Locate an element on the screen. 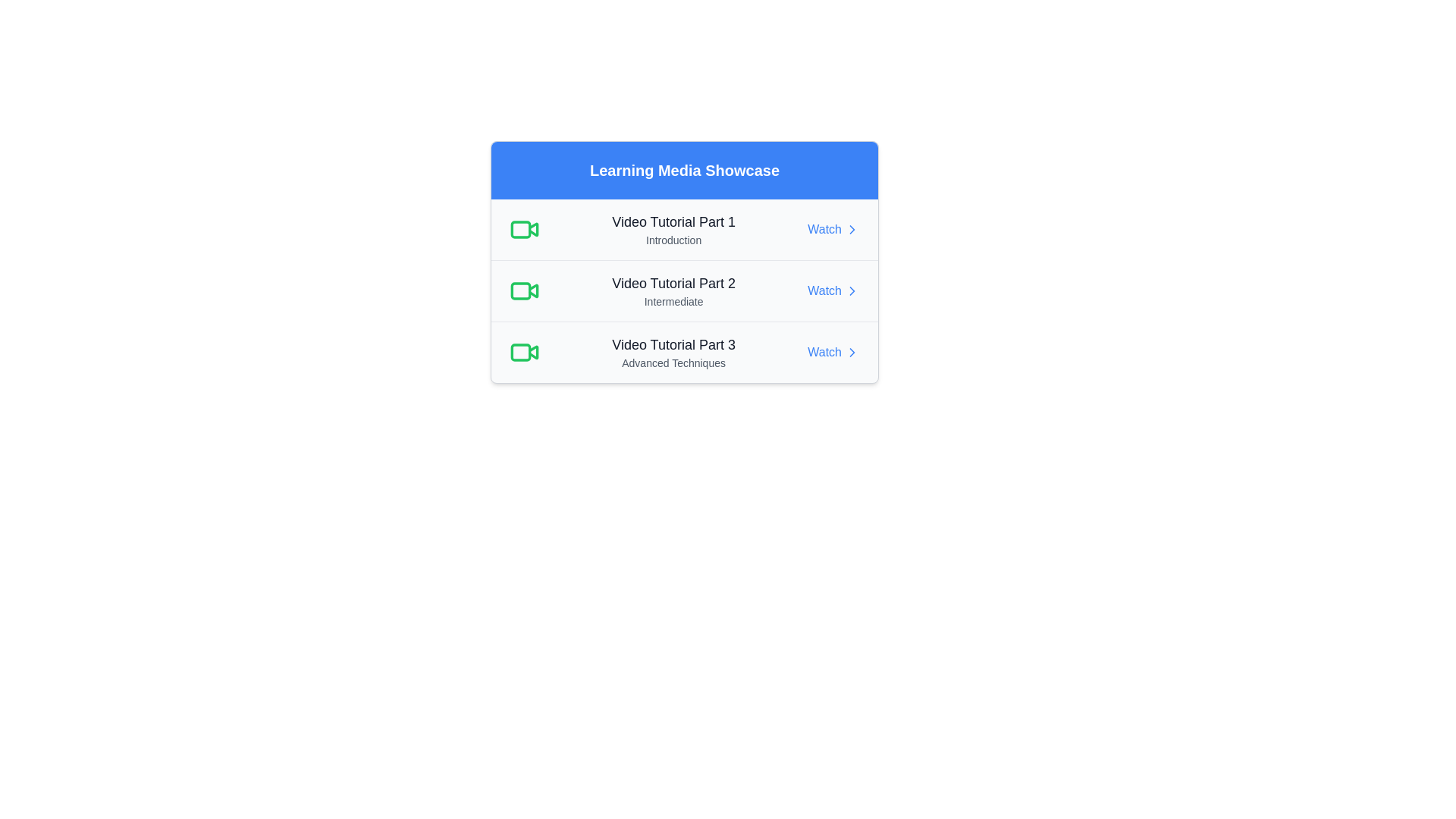  the icon located at the far right of the first row in the multi-row card layout, which is part of the 'Watch' link for 'Video Tutorial Part 1' is located at coordinates (852, 230).